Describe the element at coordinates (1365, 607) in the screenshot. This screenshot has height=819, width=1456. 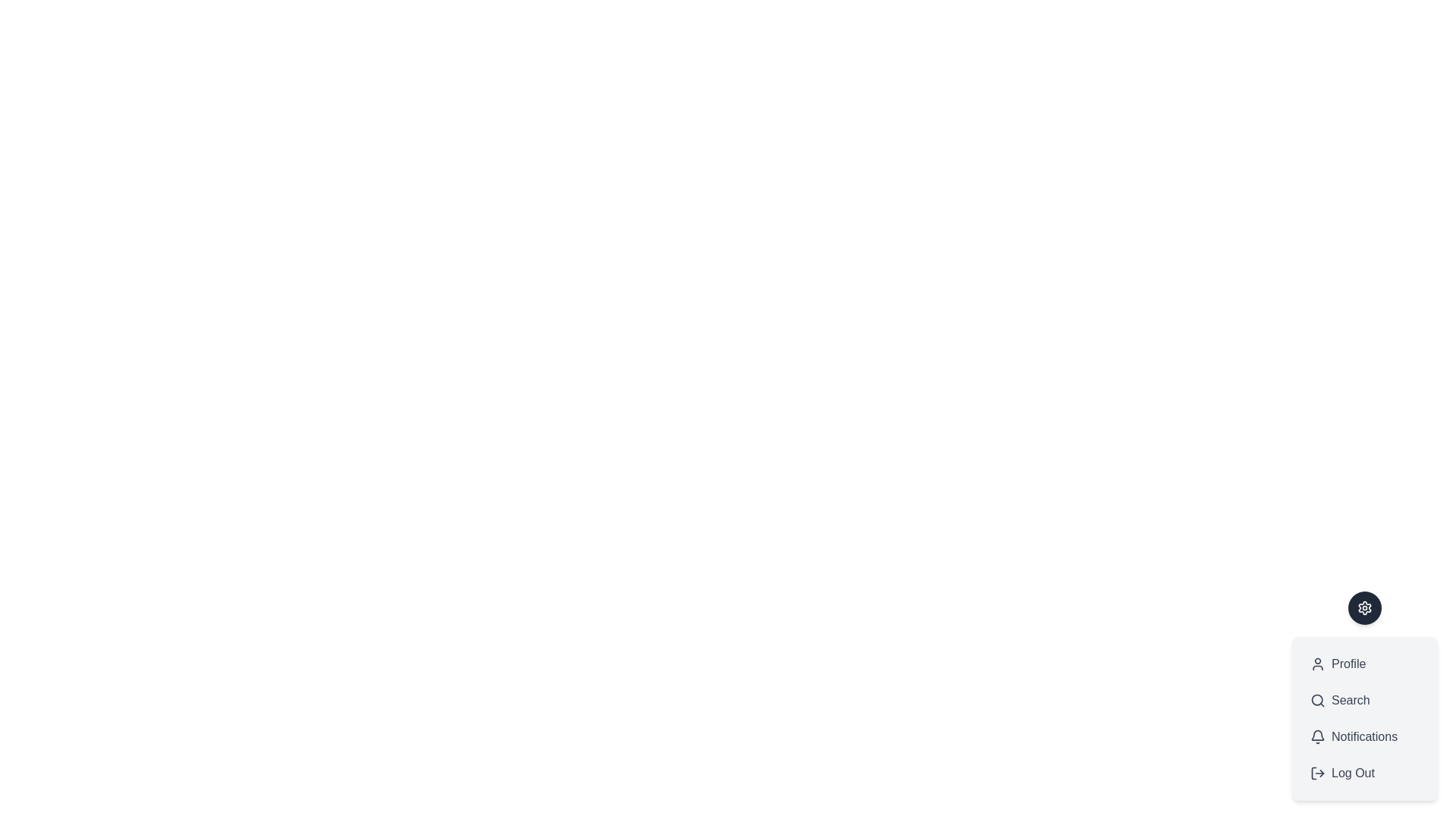
I see `the gear-shaped icon representing settings, located in the bottom-right corner of the interface` at that location.